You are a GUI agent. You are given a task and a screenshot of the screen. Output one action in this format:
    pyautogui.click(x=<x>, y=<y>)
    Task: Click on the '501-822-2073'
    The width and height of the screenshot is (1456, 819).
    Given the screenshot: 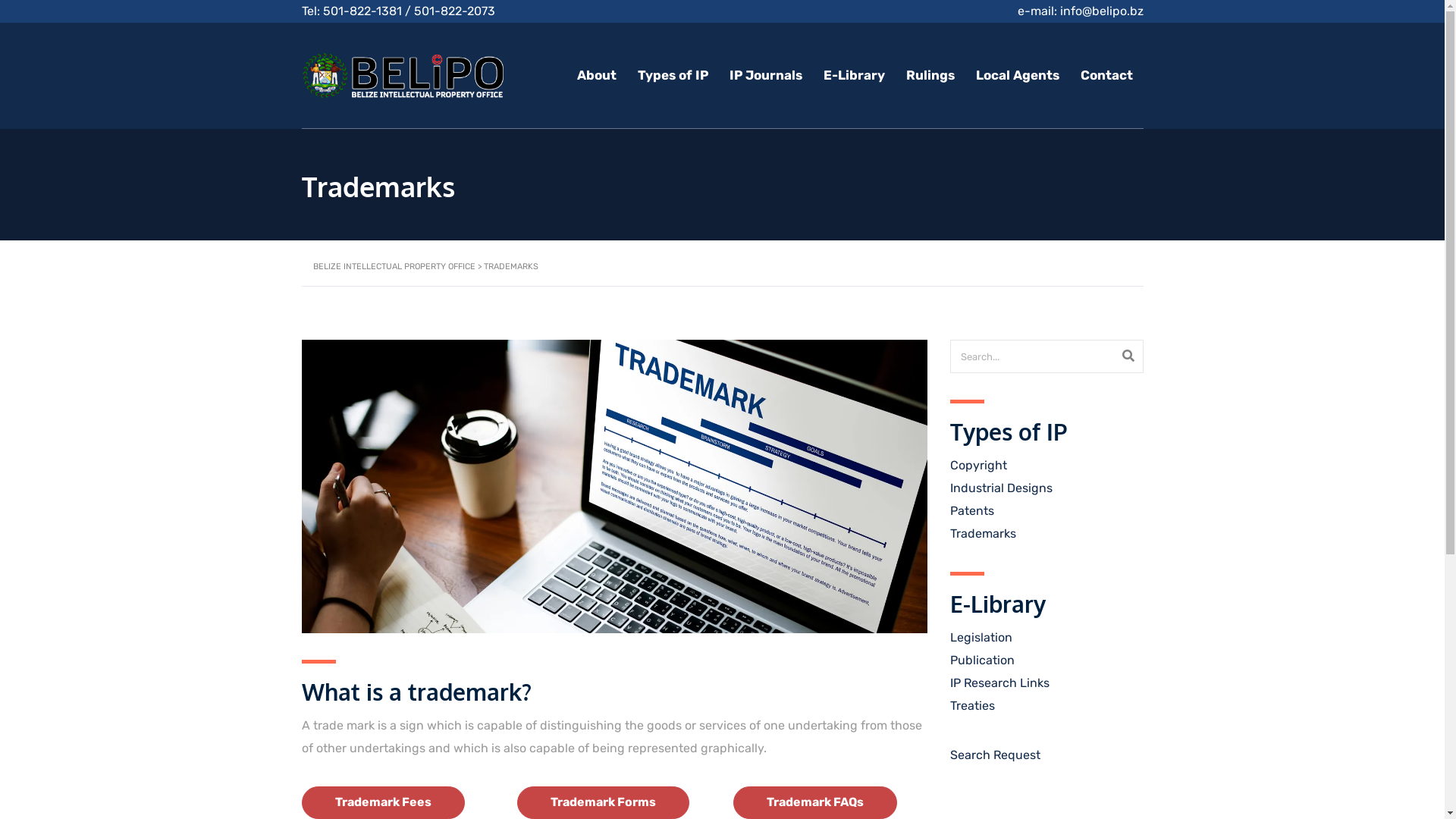 What is the action you would take?
    pyautogui.click(x=453, y=11)
    